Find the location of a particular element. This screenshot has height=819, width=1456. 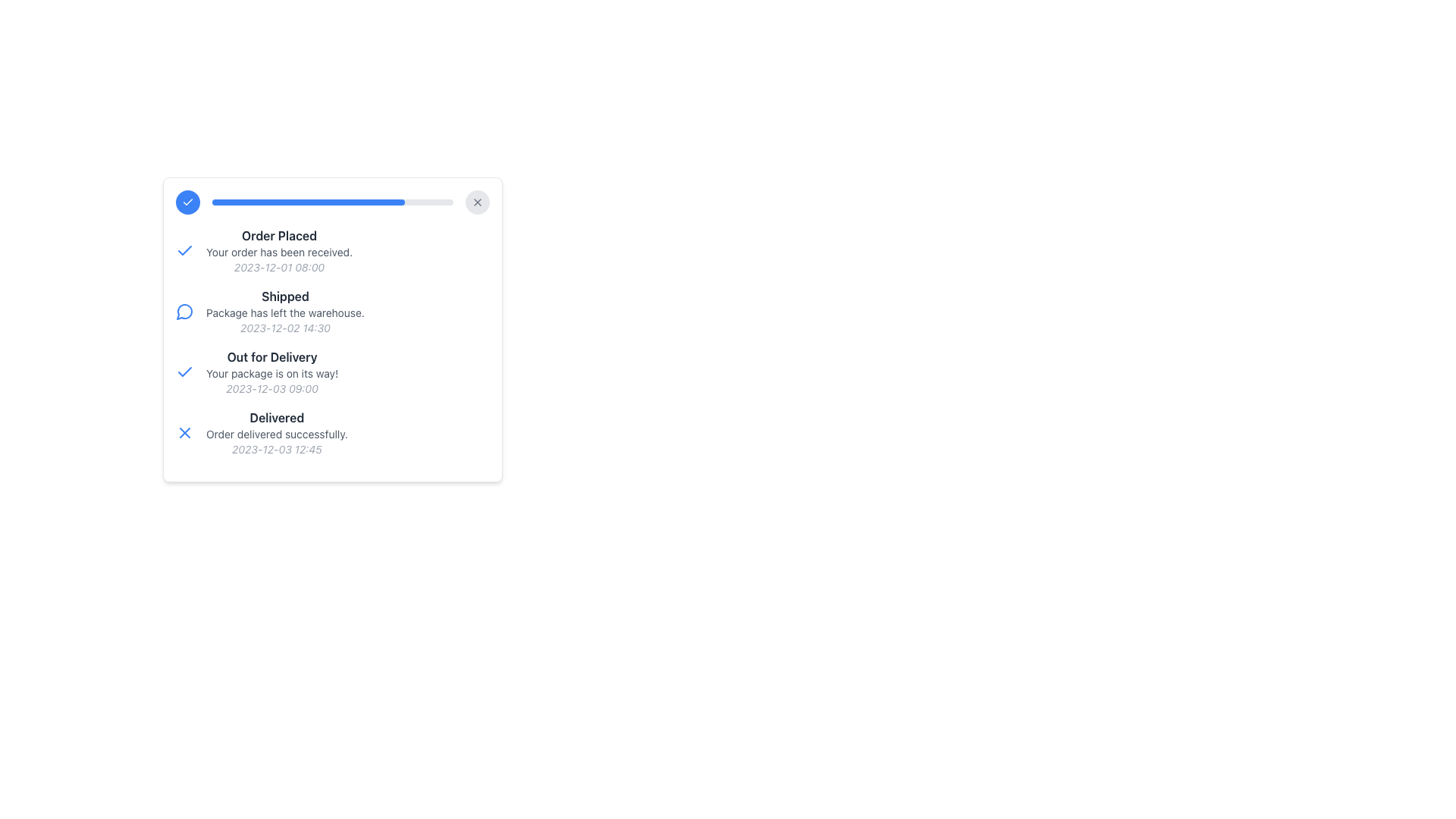

text of the delivery status update item titled 'Delivered', which includes the subtitle 'Order delivered successfully.' and the timestamp '2023-12-03 12:45' is located at coordinates (331, 432).